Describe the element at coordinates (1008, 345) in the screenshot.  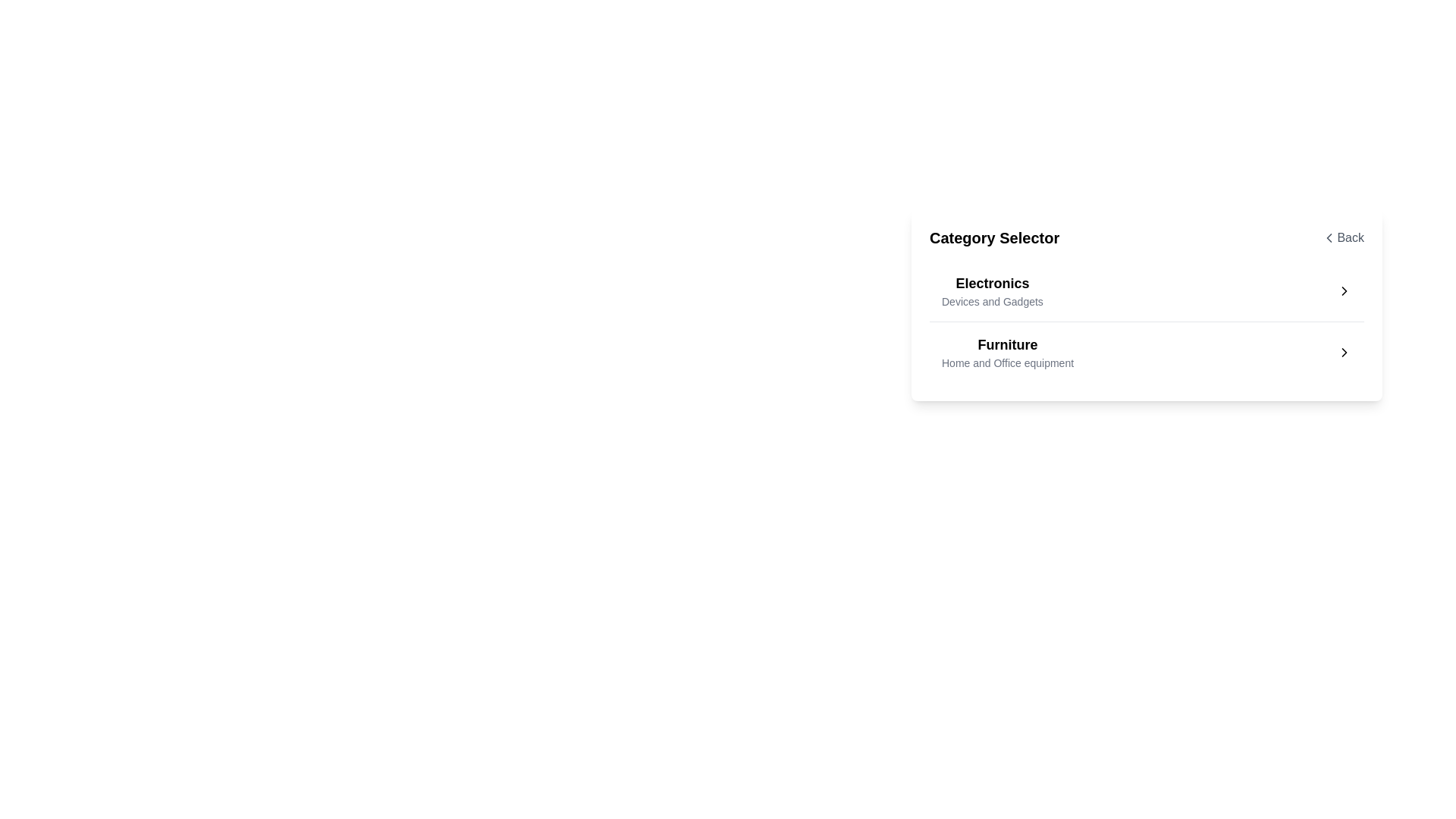
I see `the 'Furniture' text label` at that location.